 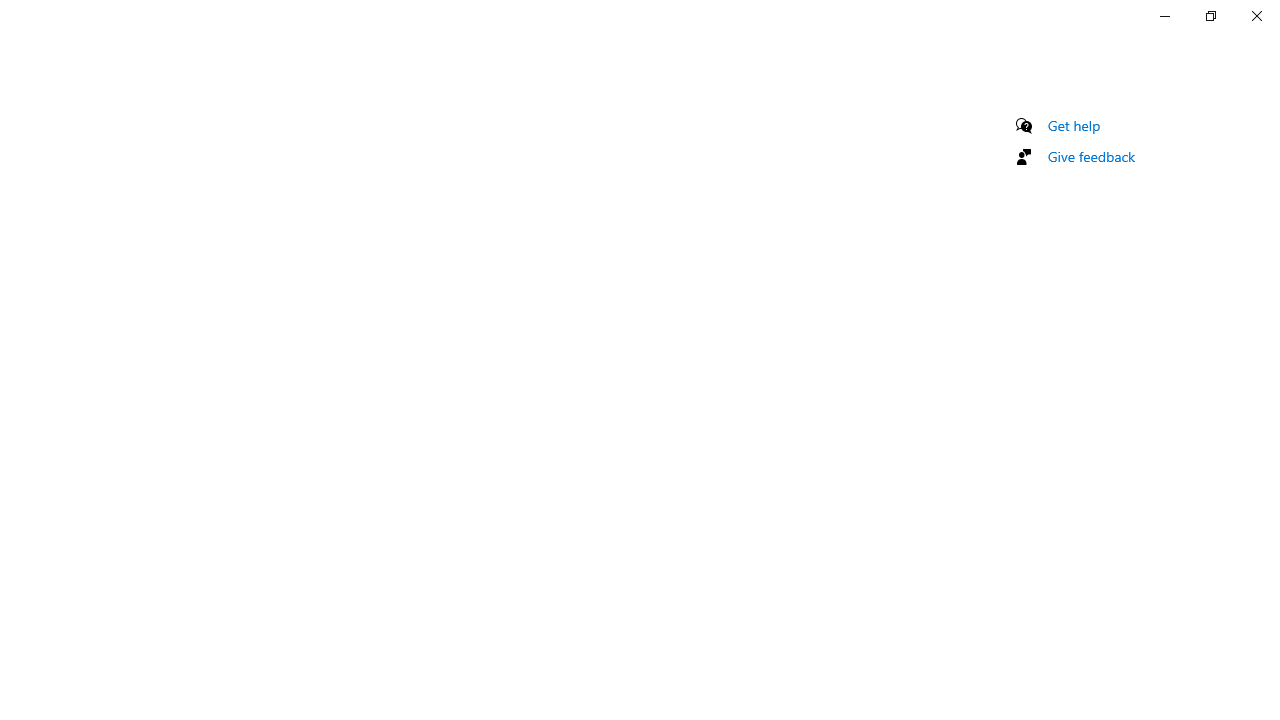 What do you see at coordinates (1164, 15) in the screenshot?
I see `'Minimize Settings'` at bounding box center [1164, 15].